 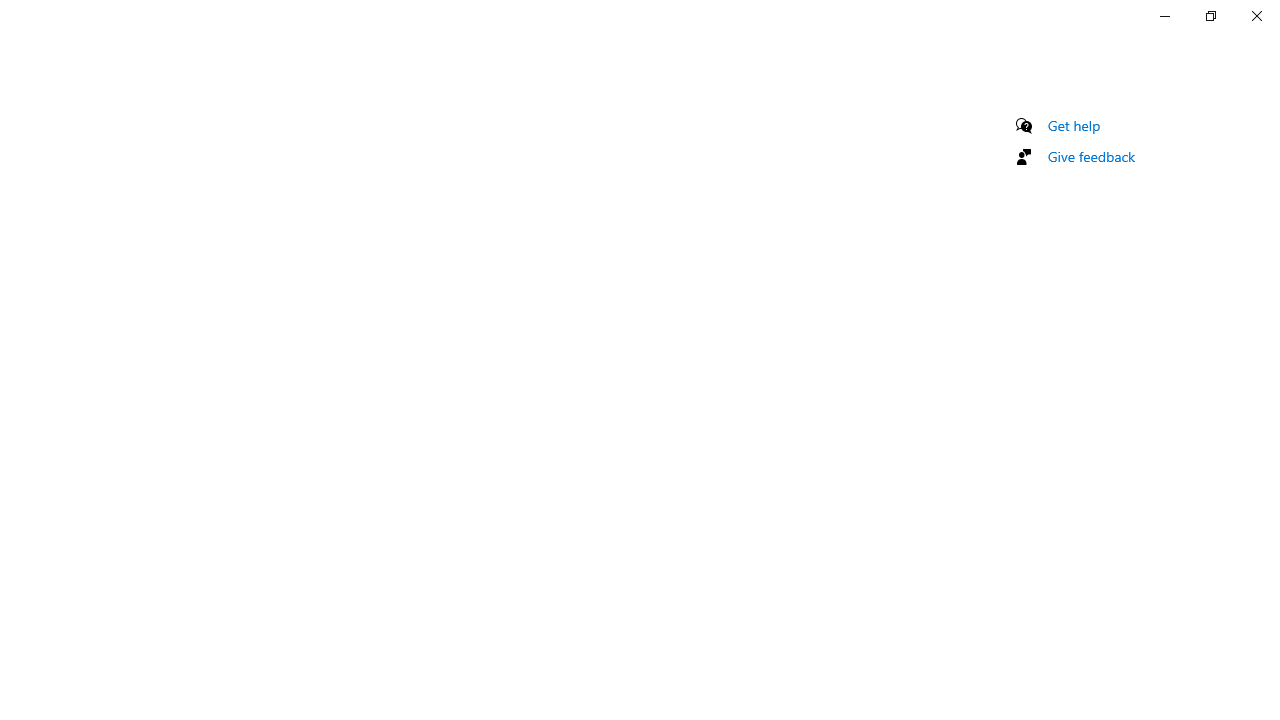 What do you see at coordinates (1164, 15) in the screenshot?
I see `'Minimize Settings'` at bounding box center [1164, 15].